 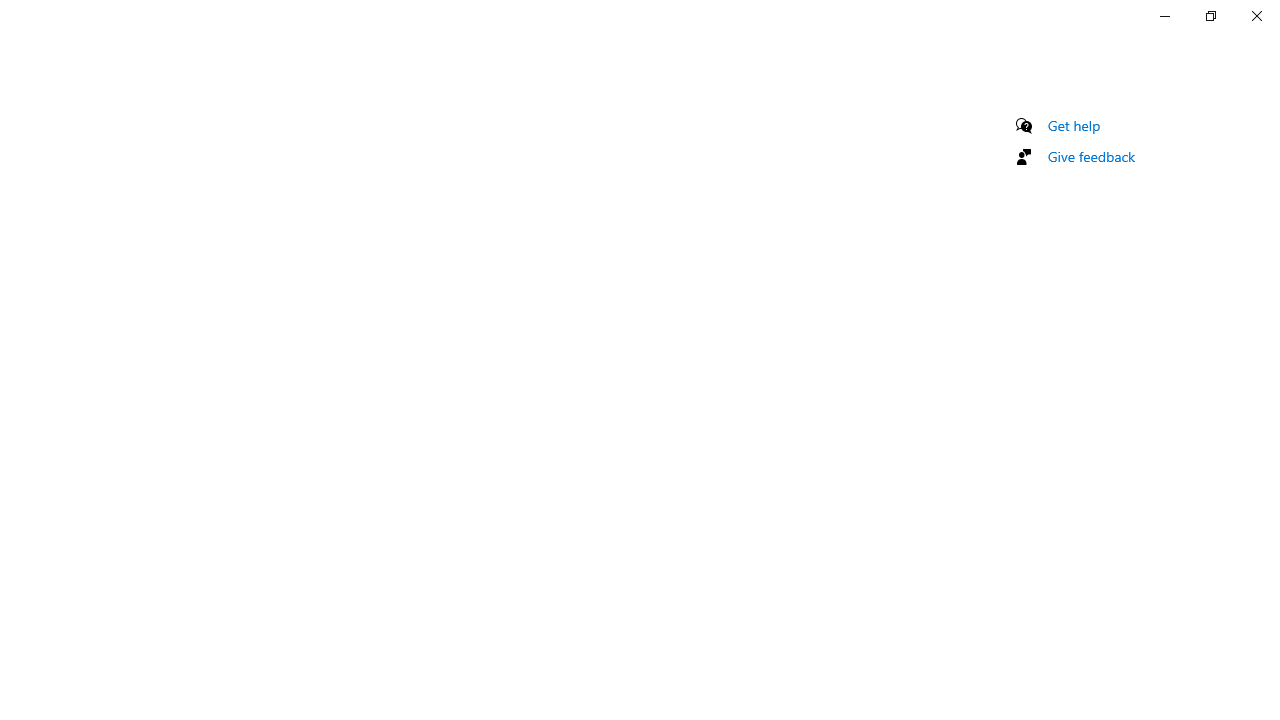 What do you see at coordinates (1164, 15) in the screenshot?
I see `'Minimize Settings'` at bounding box center [1164, 15].